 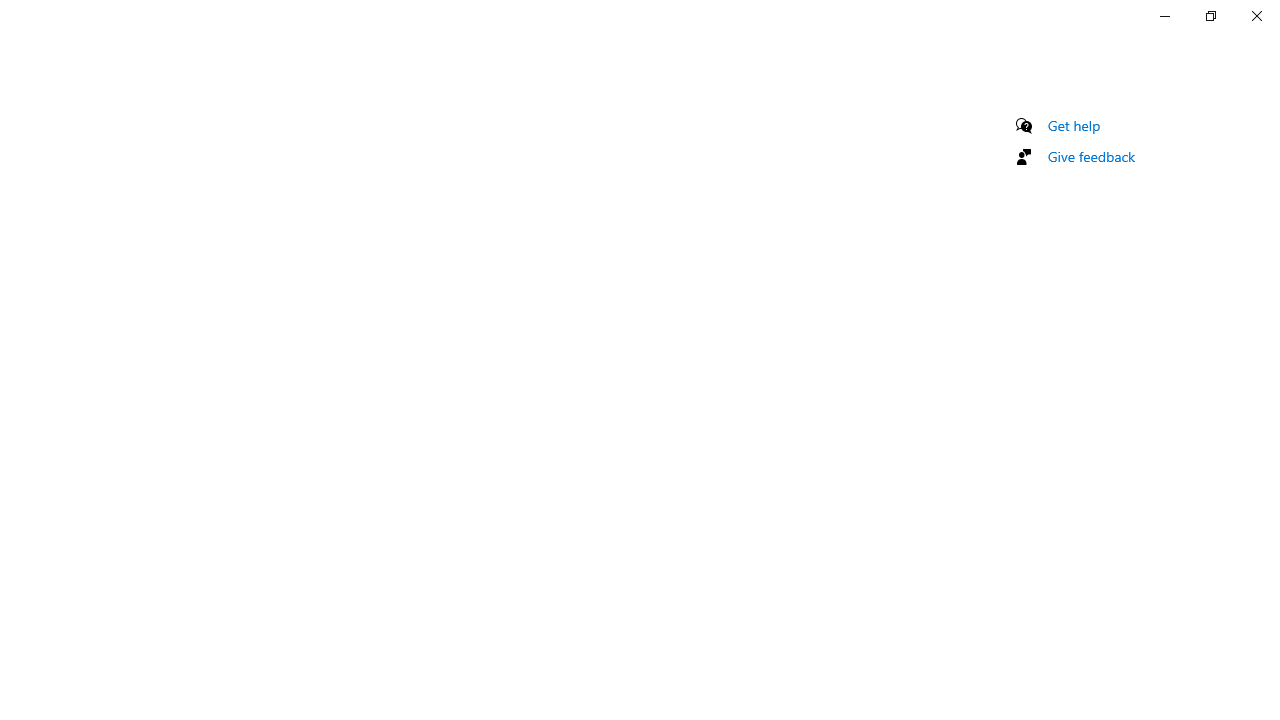 What do you see at coordinates (1164, 15) in the screenshot?
I see `'Minimize Settings'` at bounding box center [1164, 15].